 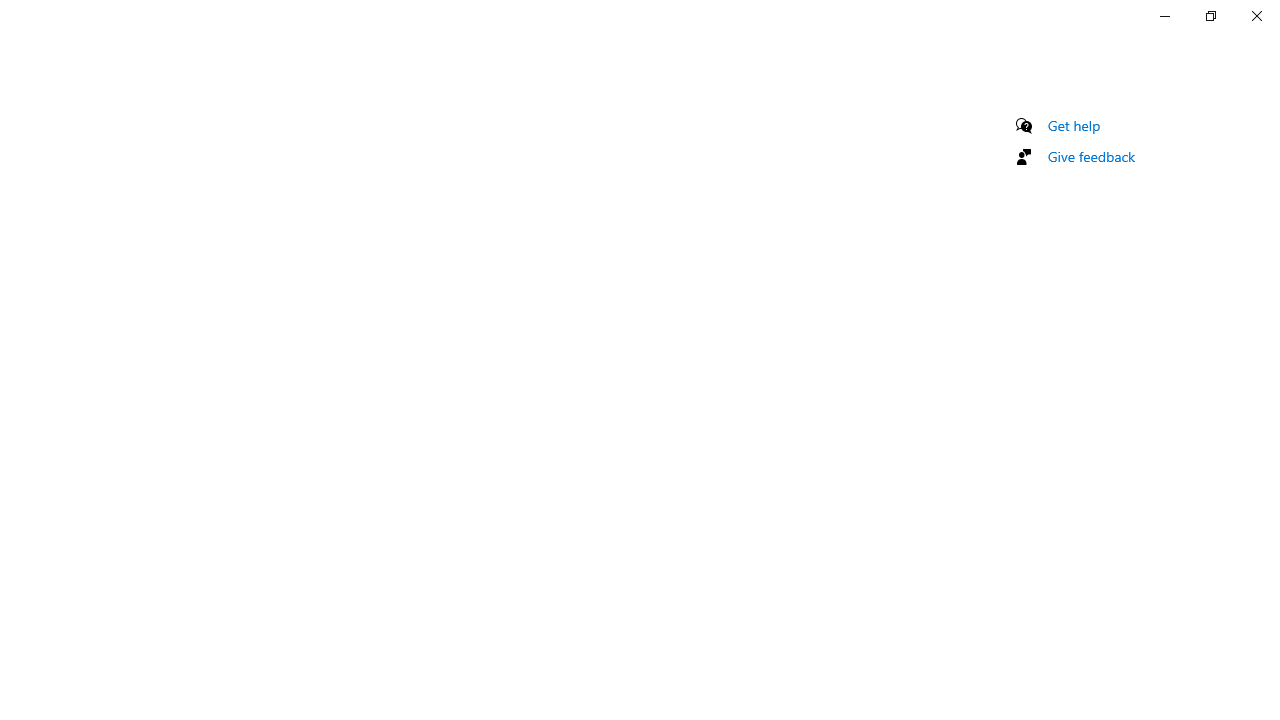 What do you see at coordinates (1164, 15) in the screenshot?
I see `'Minimize Settings'` at bounding box center [1164, 15].